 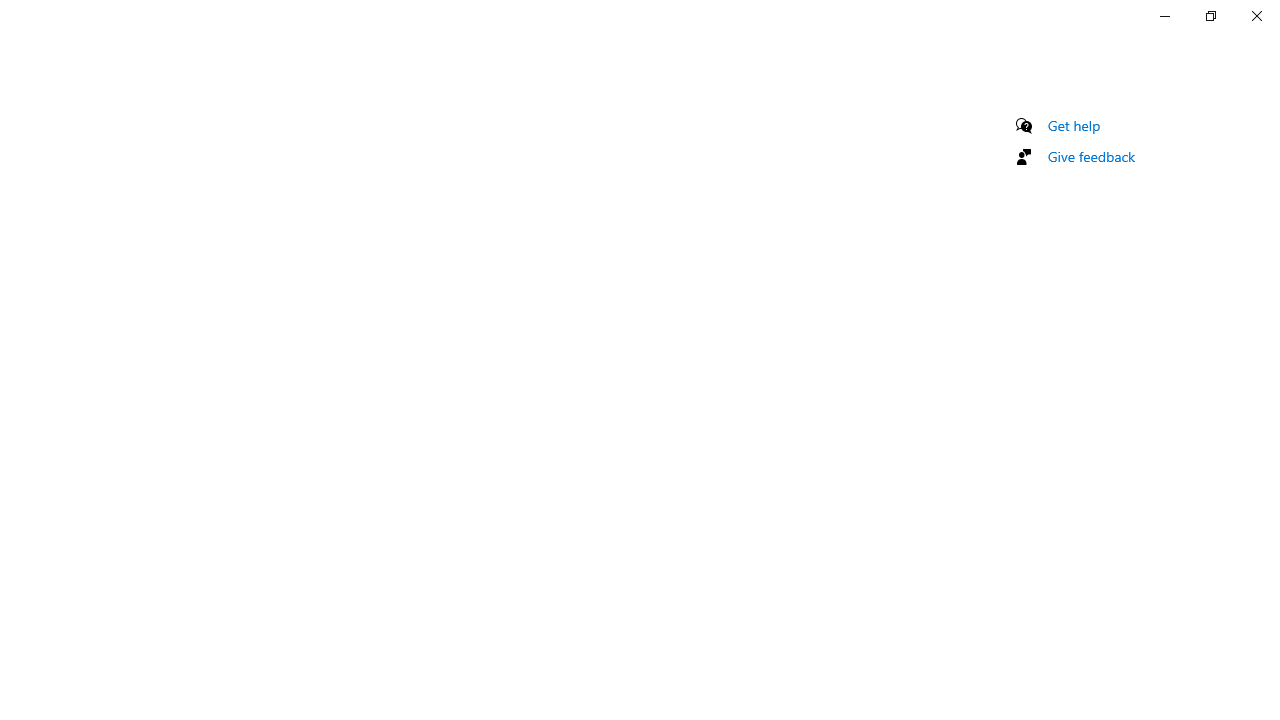 What do you see at coordinates (1164, 15) in the screenshot?
I see `'Minimize Settings'` at bounding box center [1164, 15].